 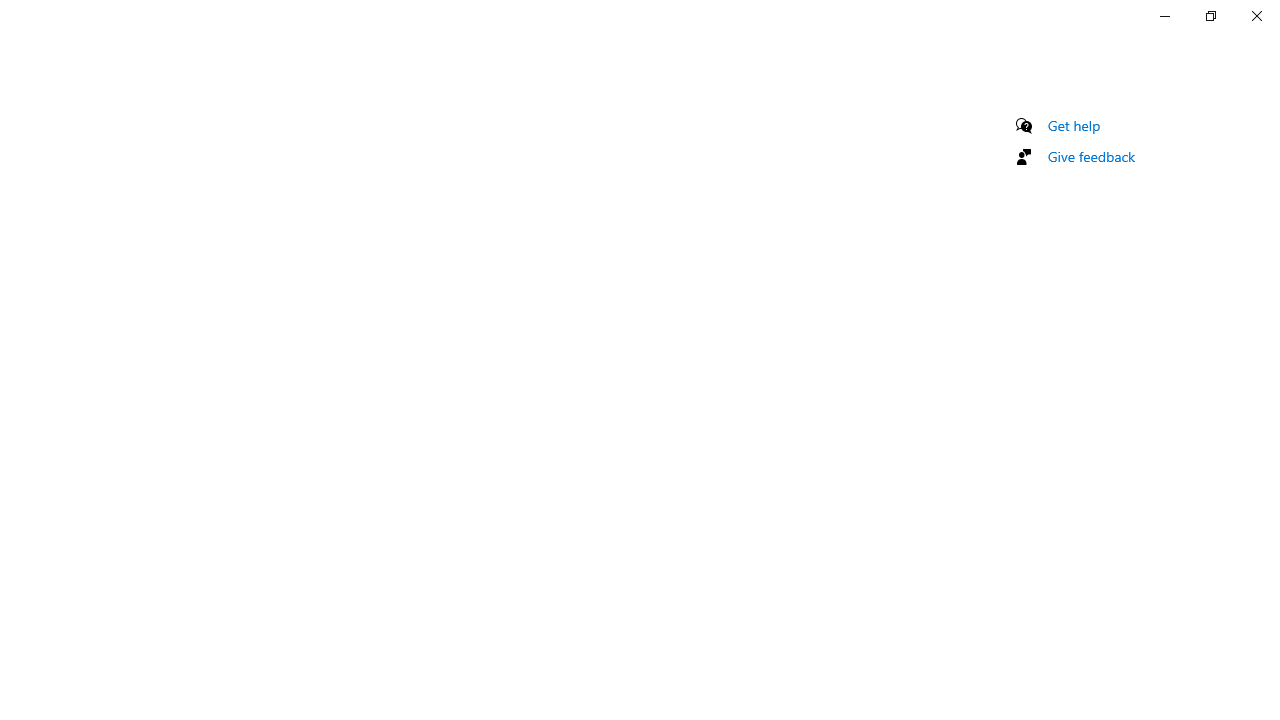 What do you see at coordinates (1164, 15) in the screenshot?
I see `'Minimize Settings'` at bounding box center [1164, 15].